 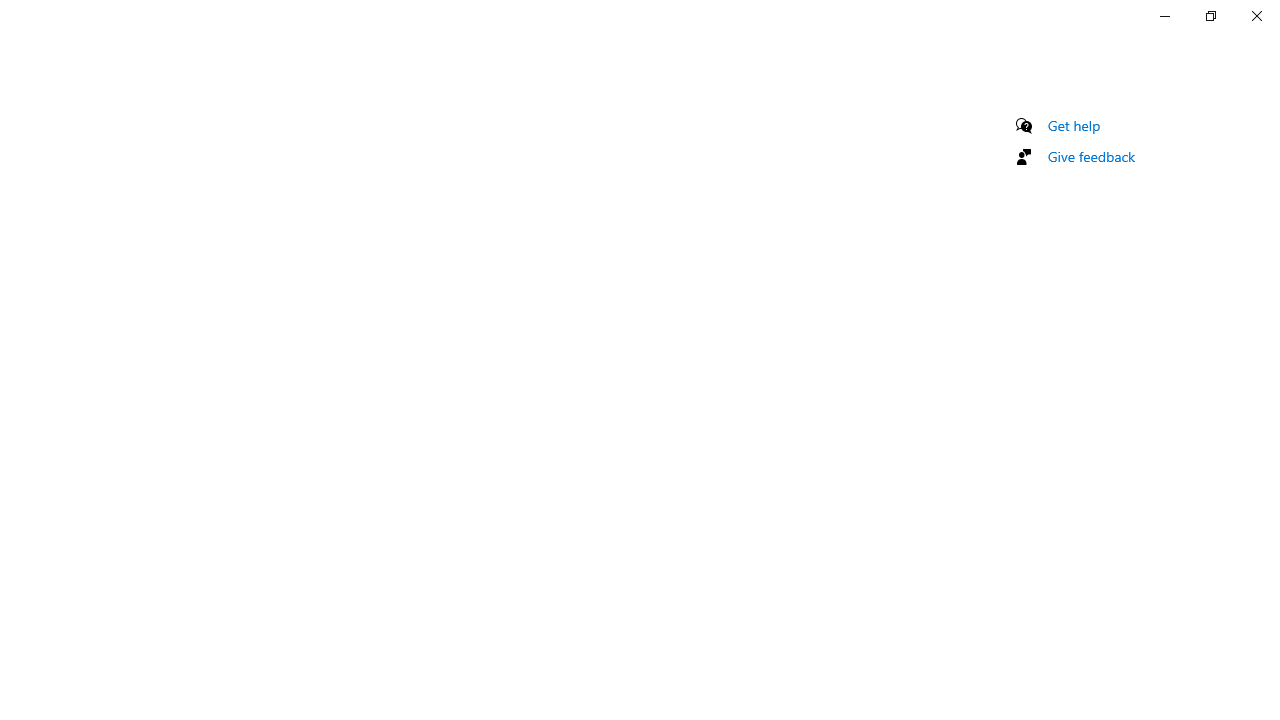 What do you see at coordinates (1164, 15) in the screenshot?
I see `'Minimize Settings'` at bounding box center [1164, 15].